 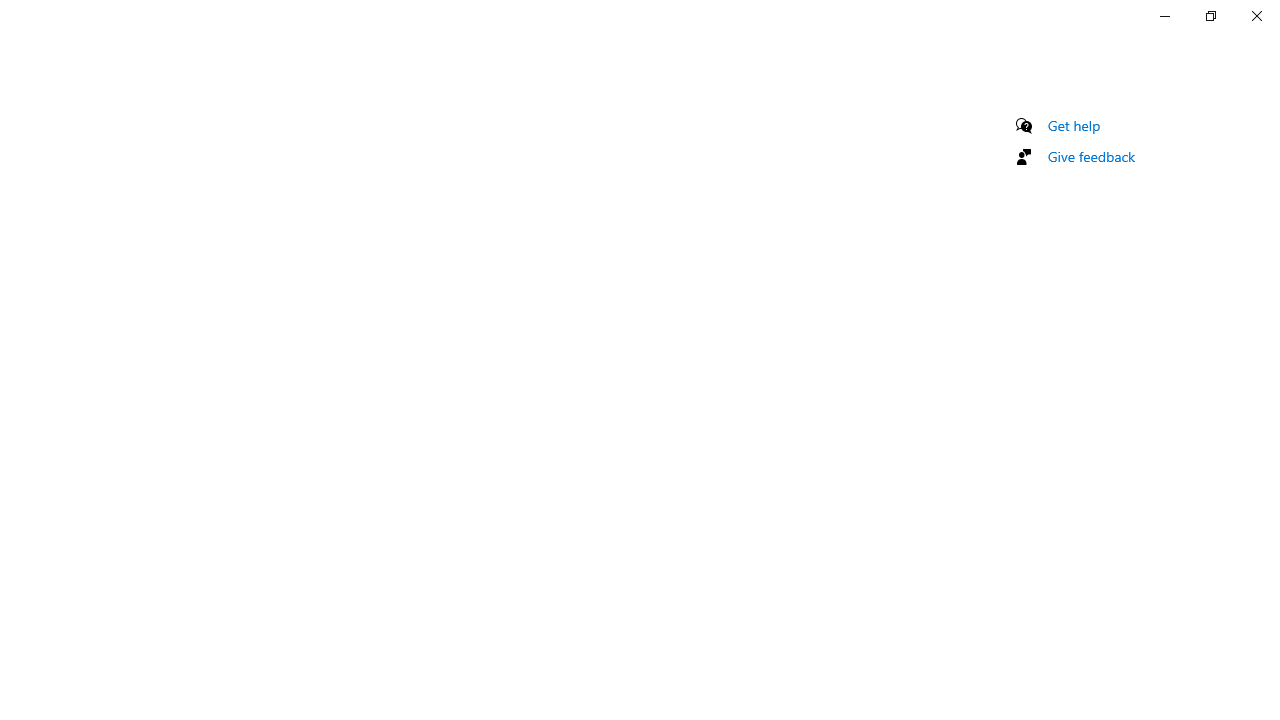 What do you see at coordinates (1164, 15) in the screenshot?
I see `'Minimize Settings'` at bounding box center [1164, 15].